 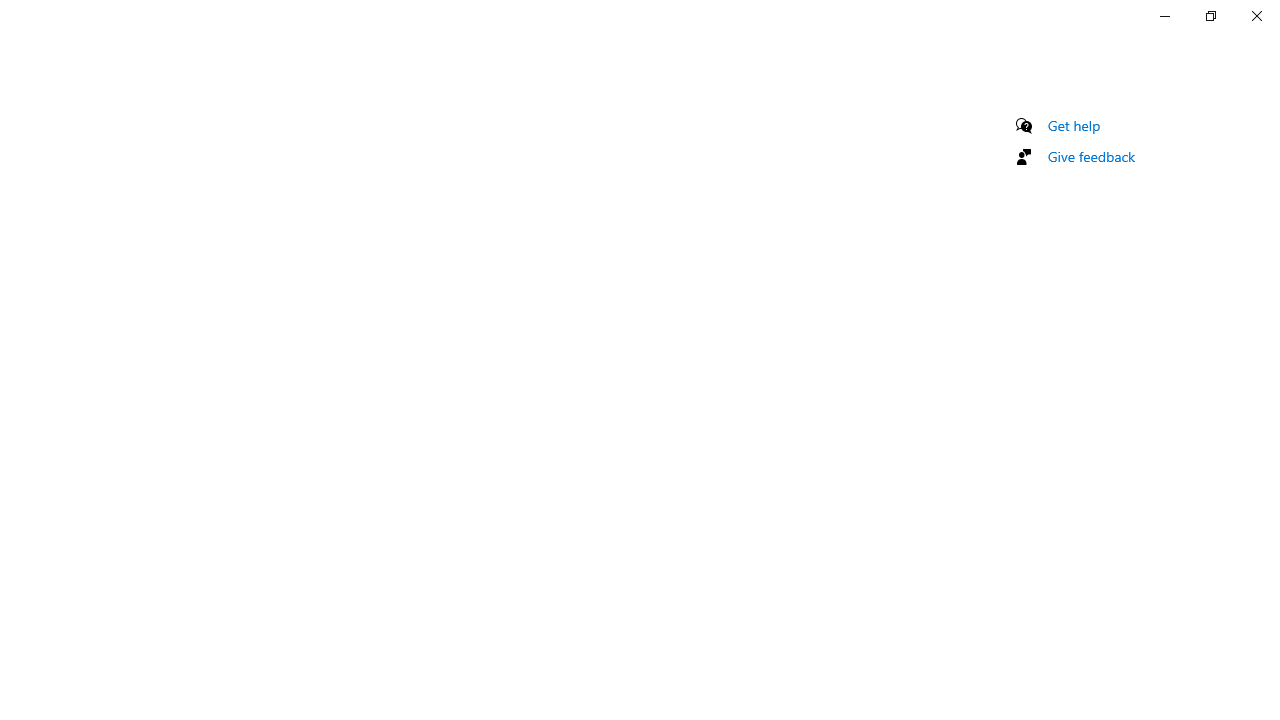 What do you see at coordinates (1164, 15) in the screenshot?
I see `'Minimize Settings'` at bounding box center [1164, 15].